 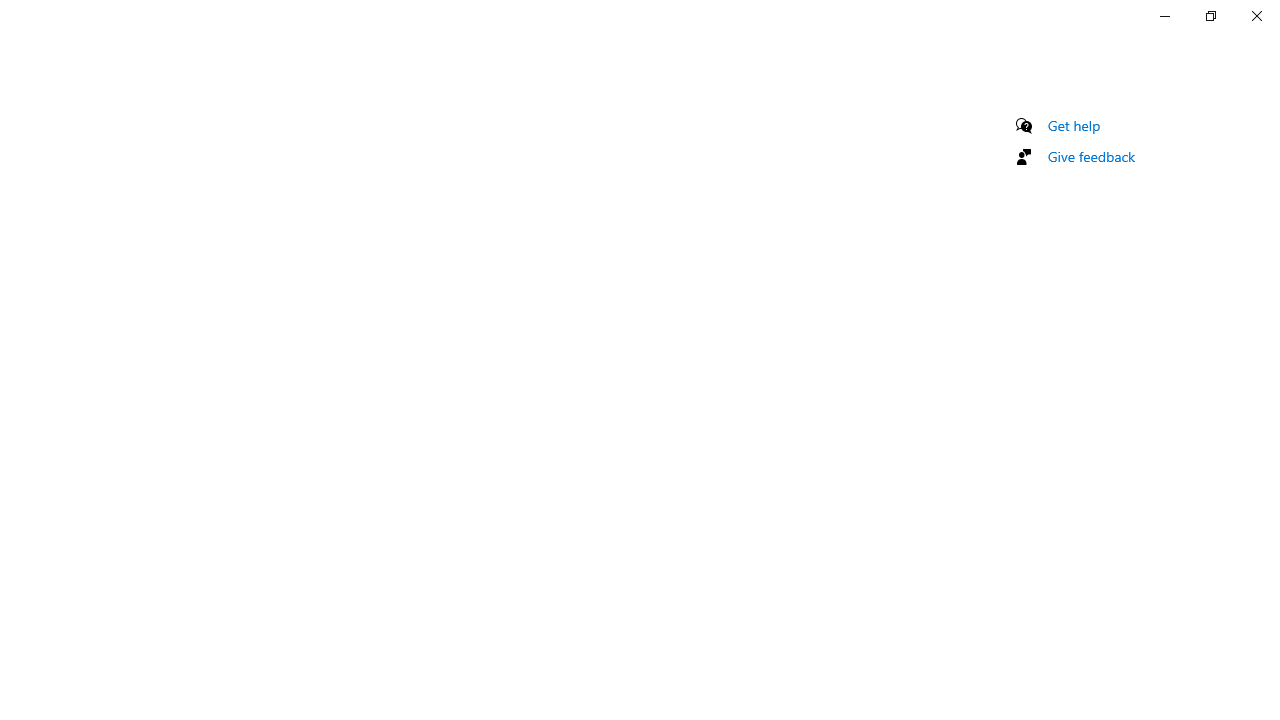 What do you see at coordinates (1164, 15) in the screenshot?
I see `'Minimize Settings'` at bounding box center [1164, 15].